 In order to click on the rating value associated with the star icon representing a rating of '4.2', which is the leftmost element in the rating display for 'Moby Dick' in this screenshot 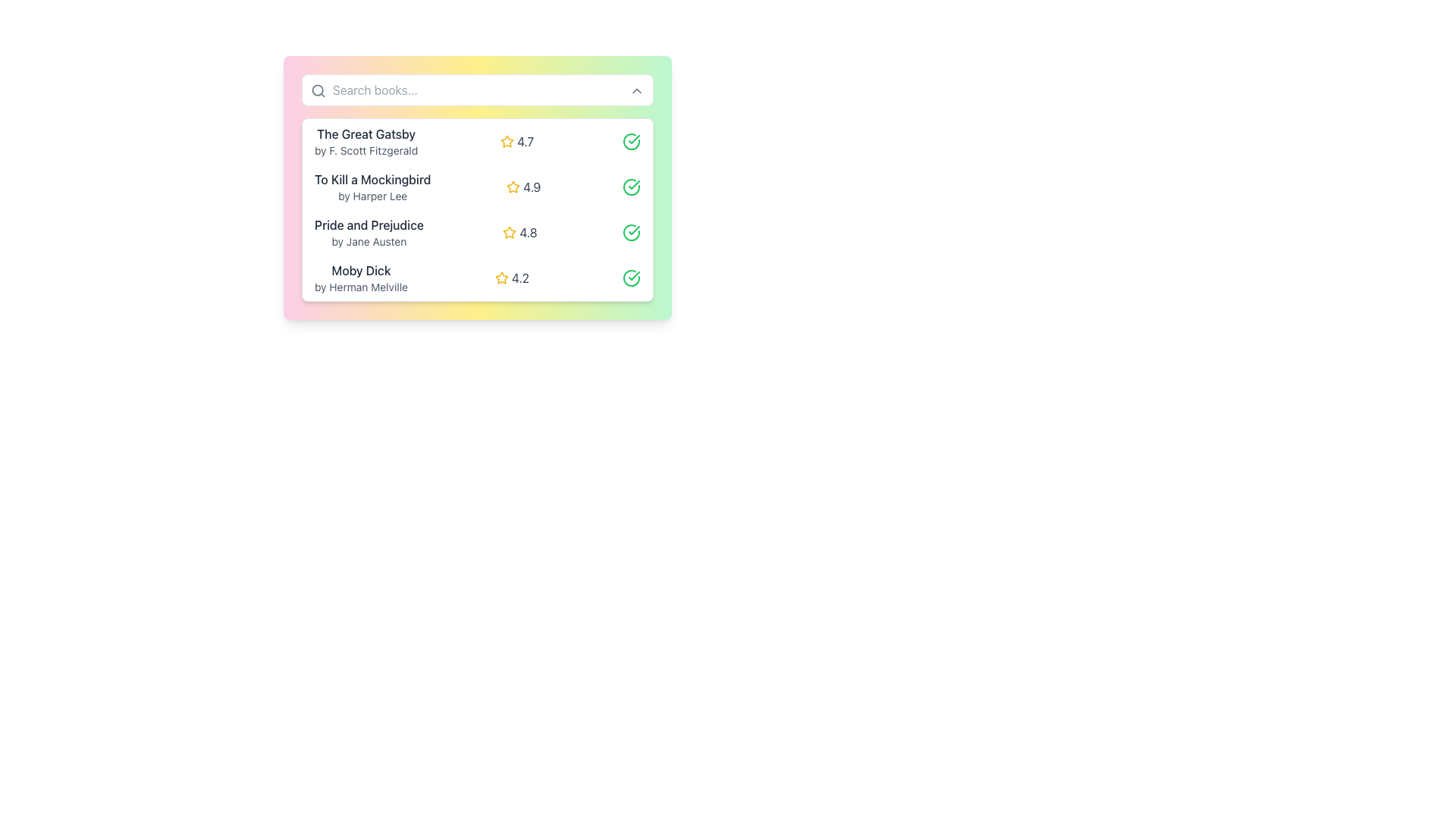, I will do `click(502, 278)`.